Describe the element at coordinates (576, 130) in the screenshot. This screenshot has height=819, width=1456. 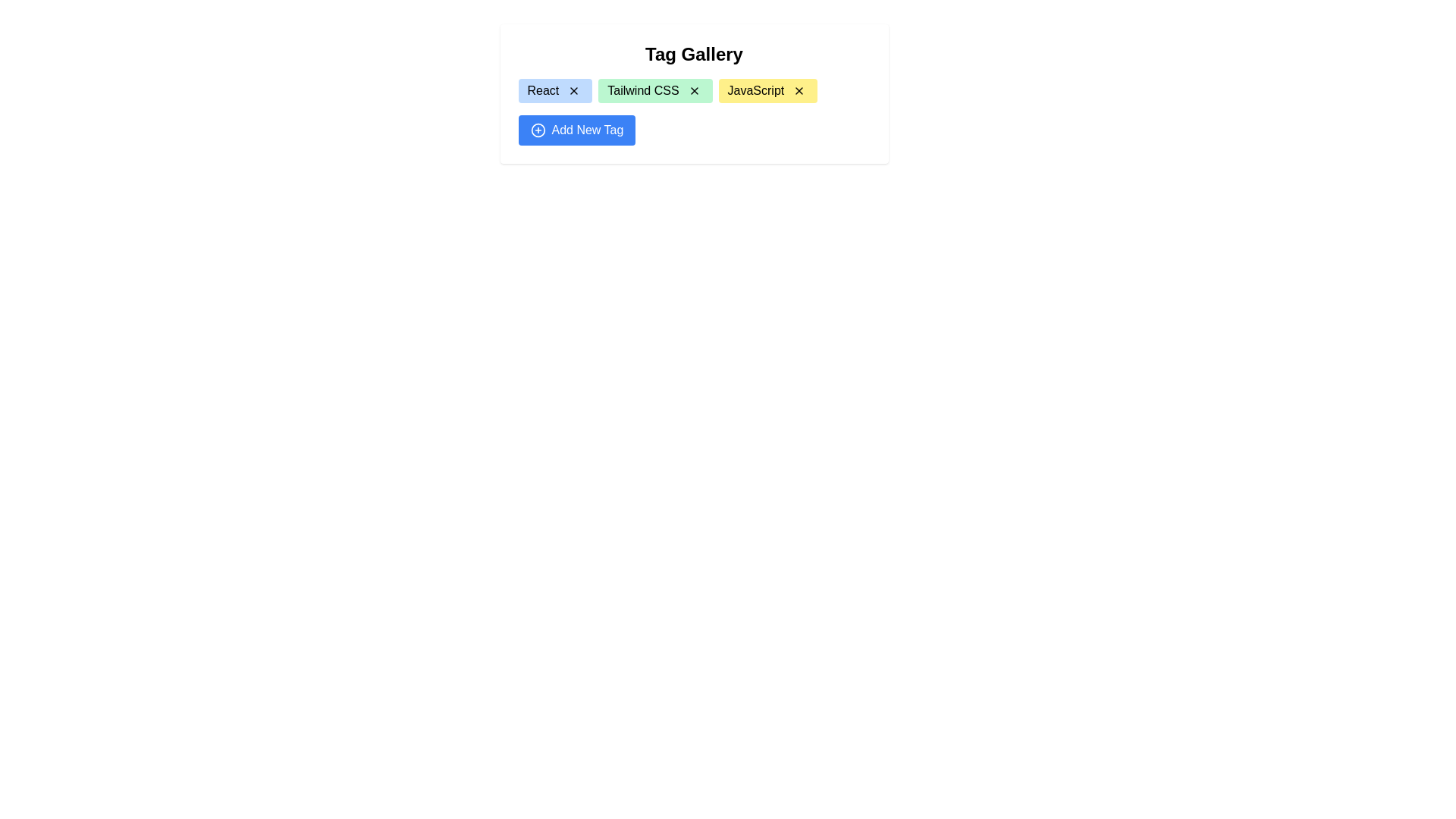
I see `the 'Add New Tag' button, which is styled with bold, white text on a blue background and is located at the bottom of the 'Tag Gallery' section` at that location.